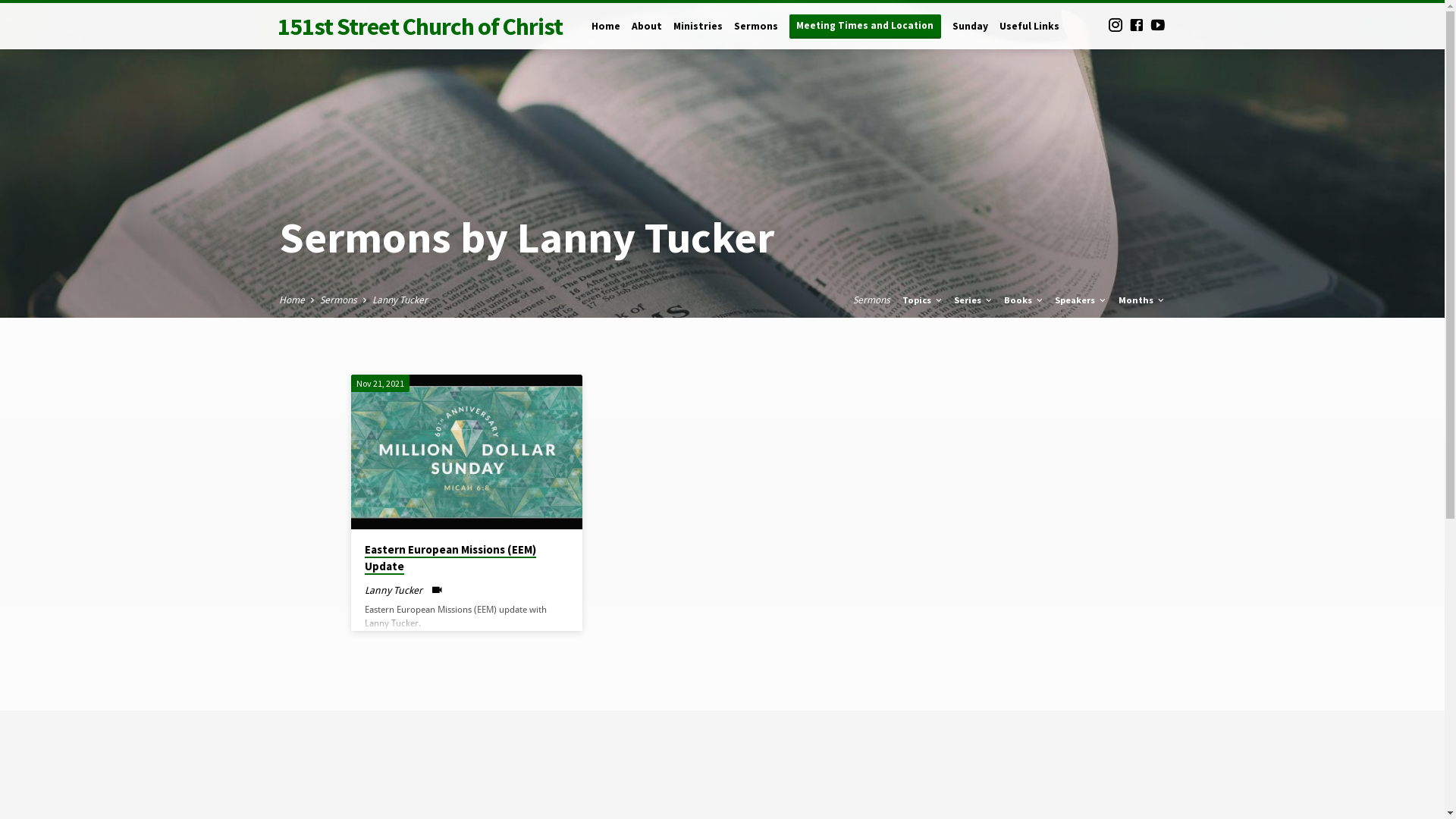 This screenshot has height=819, width=1456. Describe the element at coordinates (974, 300) in the screenshot. I see `'Series'` at that location.